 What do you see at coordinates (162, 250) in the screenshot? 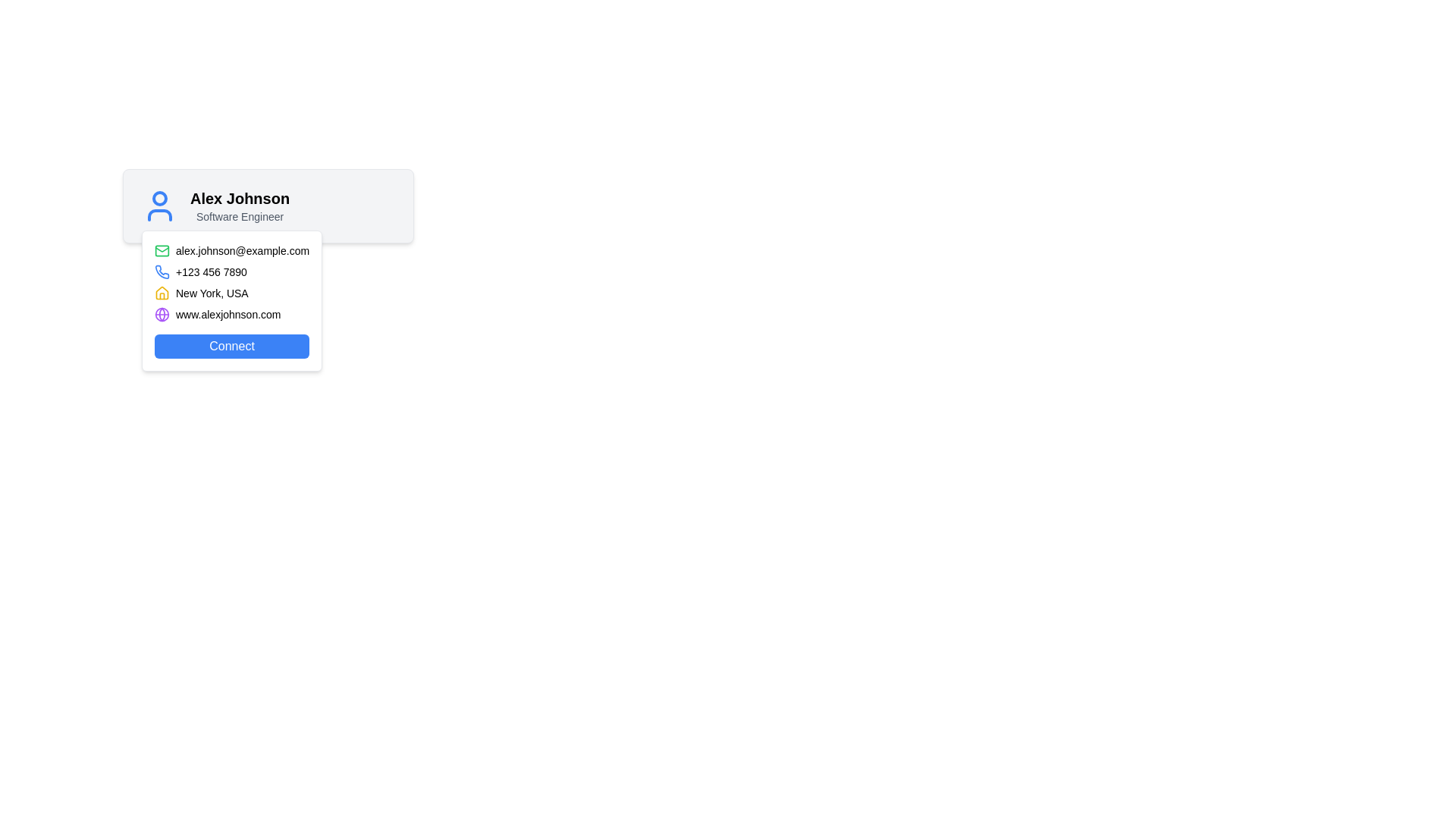
I see `the small rectangular background of the envelope icon, which is part of the email symbol located before the email text 'alex.johnson@example.com'` at bounding box center [162, 250].